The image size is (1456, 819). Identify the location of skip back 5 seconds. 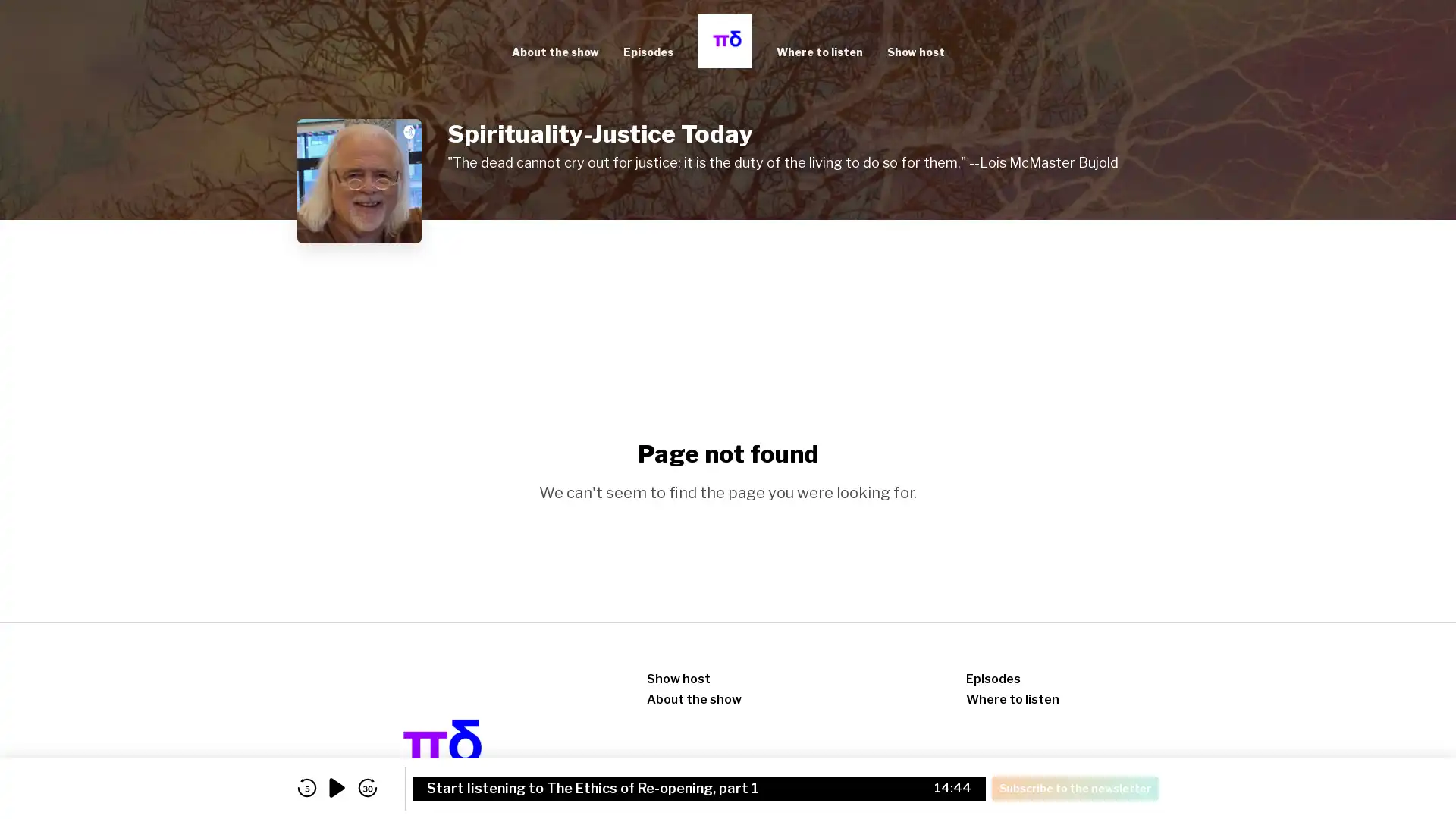
(306, 787).